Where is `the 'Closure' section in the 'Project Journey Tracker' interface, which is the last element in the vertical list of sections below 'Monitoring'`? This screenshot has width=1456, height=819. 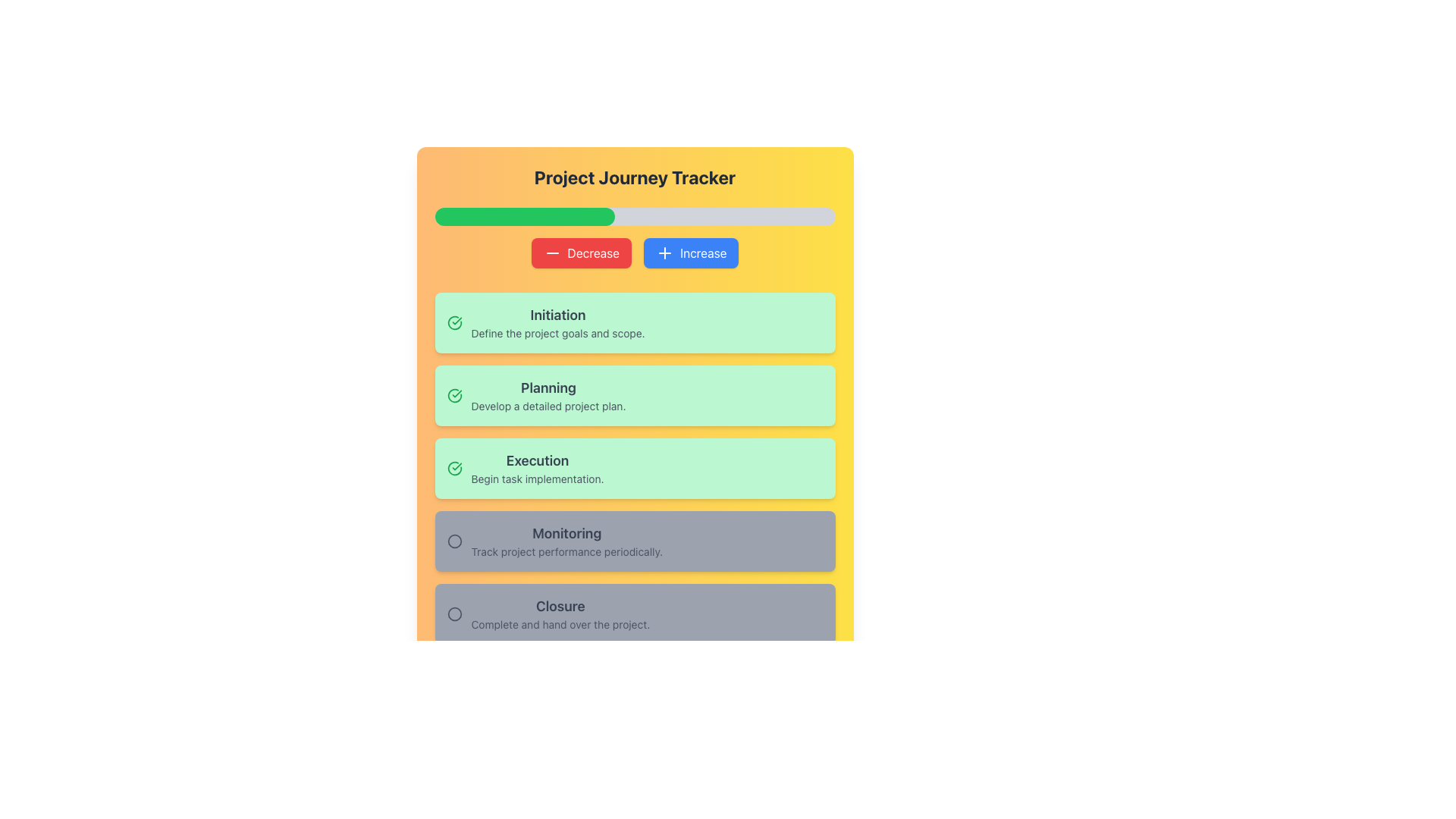
the 'Closure' section in the 'Project Journey Tracker' interface, which is the last element in the vertical list of sections below 'Monitoring' is located at coordinates (560, 614).